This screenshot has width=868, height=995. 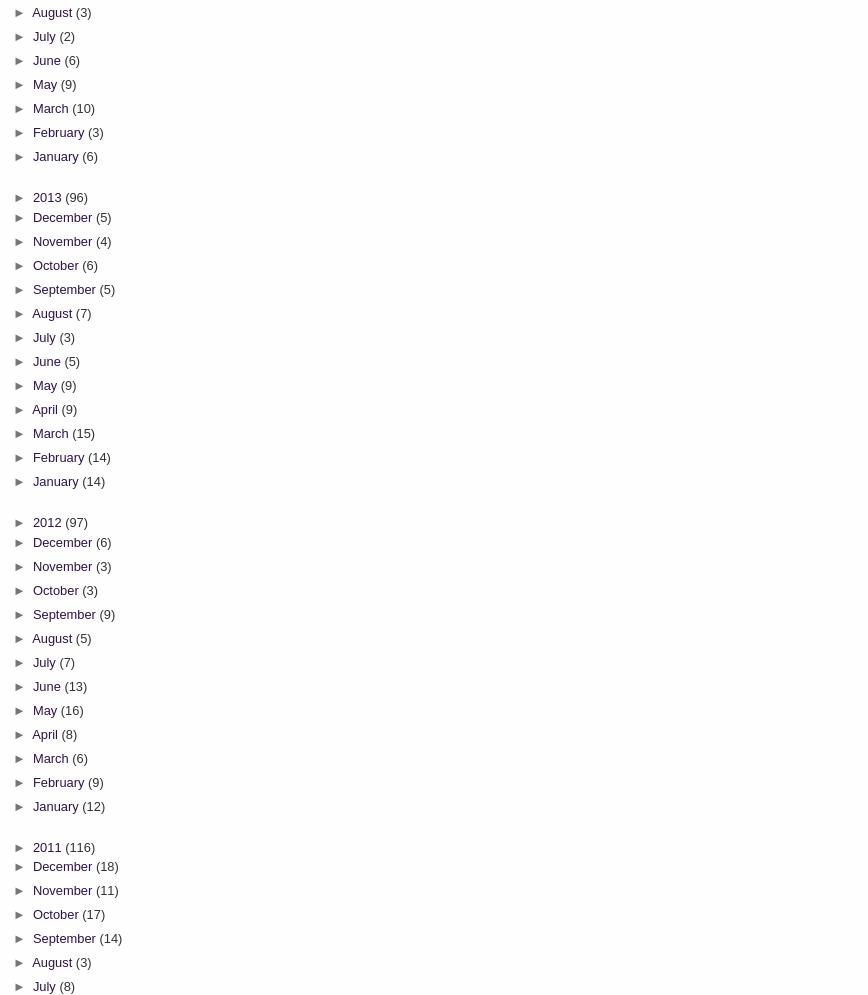 What do you see at coordinates (94, 866) in the screenshot?
I see `'(18)'` at bounding box center [94, 866].